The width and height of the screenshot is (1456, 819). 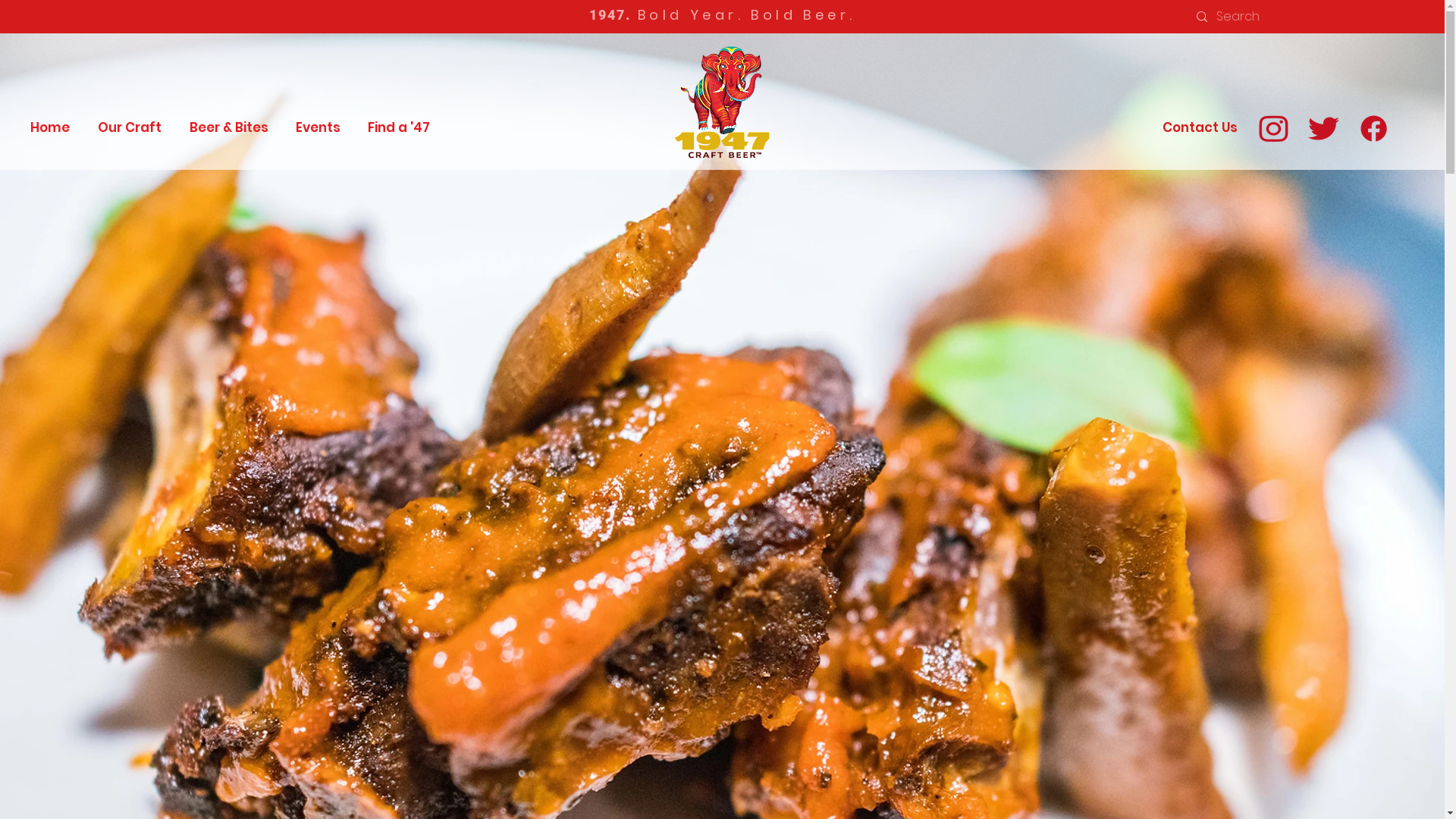 I want to click on '1947 Craft Beer Logo', so click(x=662, y=101).